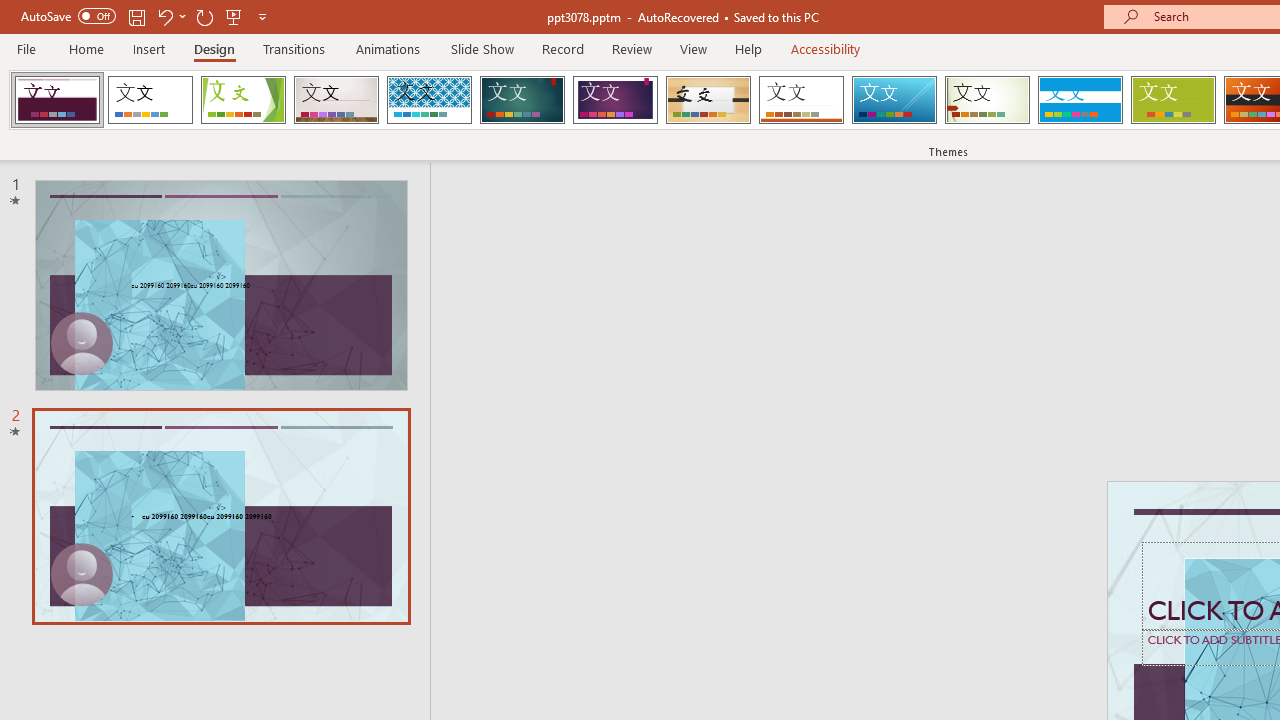 The image size is (1280, 720). I want to click on 'Retrospect', so click(801, 100).